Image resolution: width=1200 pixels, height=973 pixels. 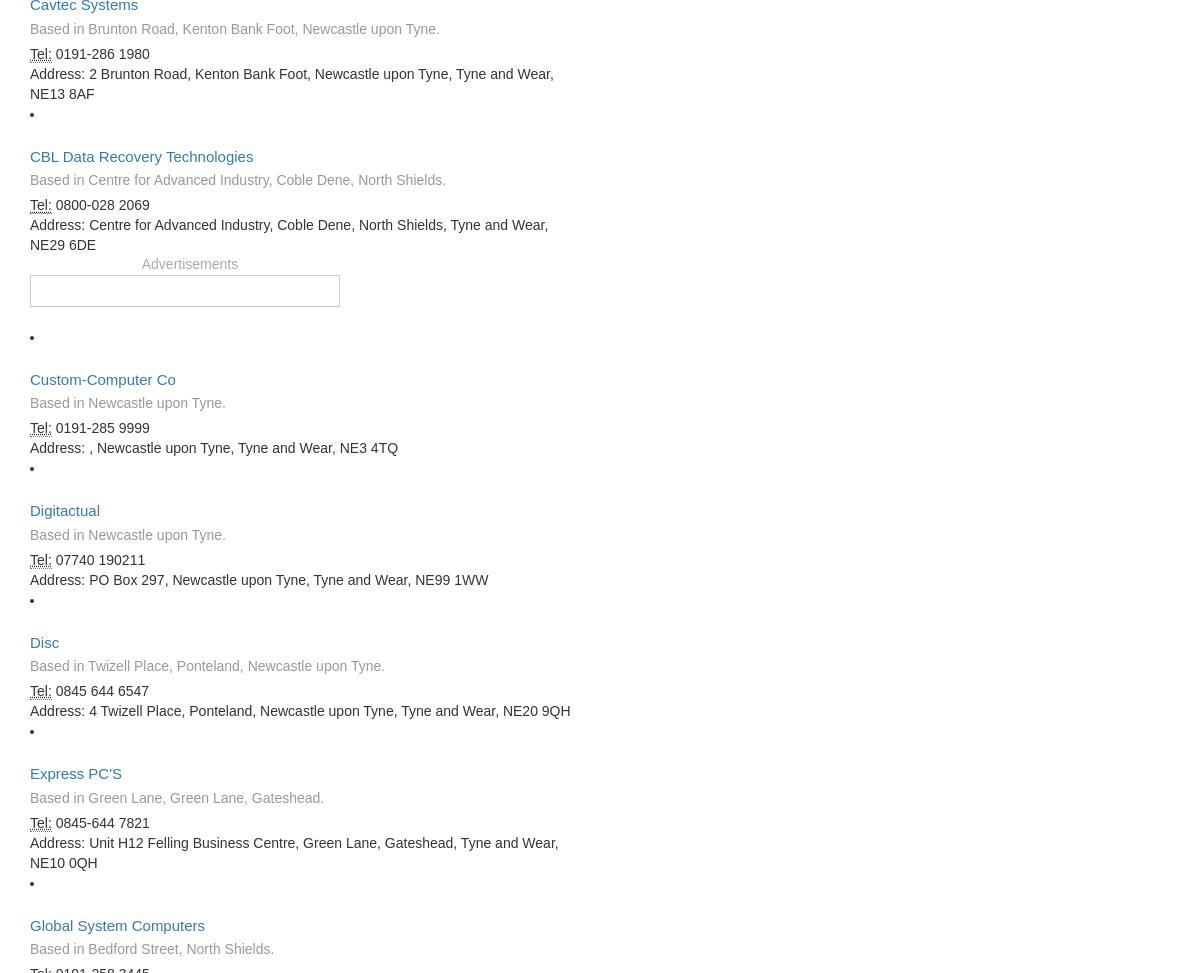 What do you see at coordinates (51, 205) in the screenshot?
I see `'0800-028 2069'` at bounding box center [51, 205].